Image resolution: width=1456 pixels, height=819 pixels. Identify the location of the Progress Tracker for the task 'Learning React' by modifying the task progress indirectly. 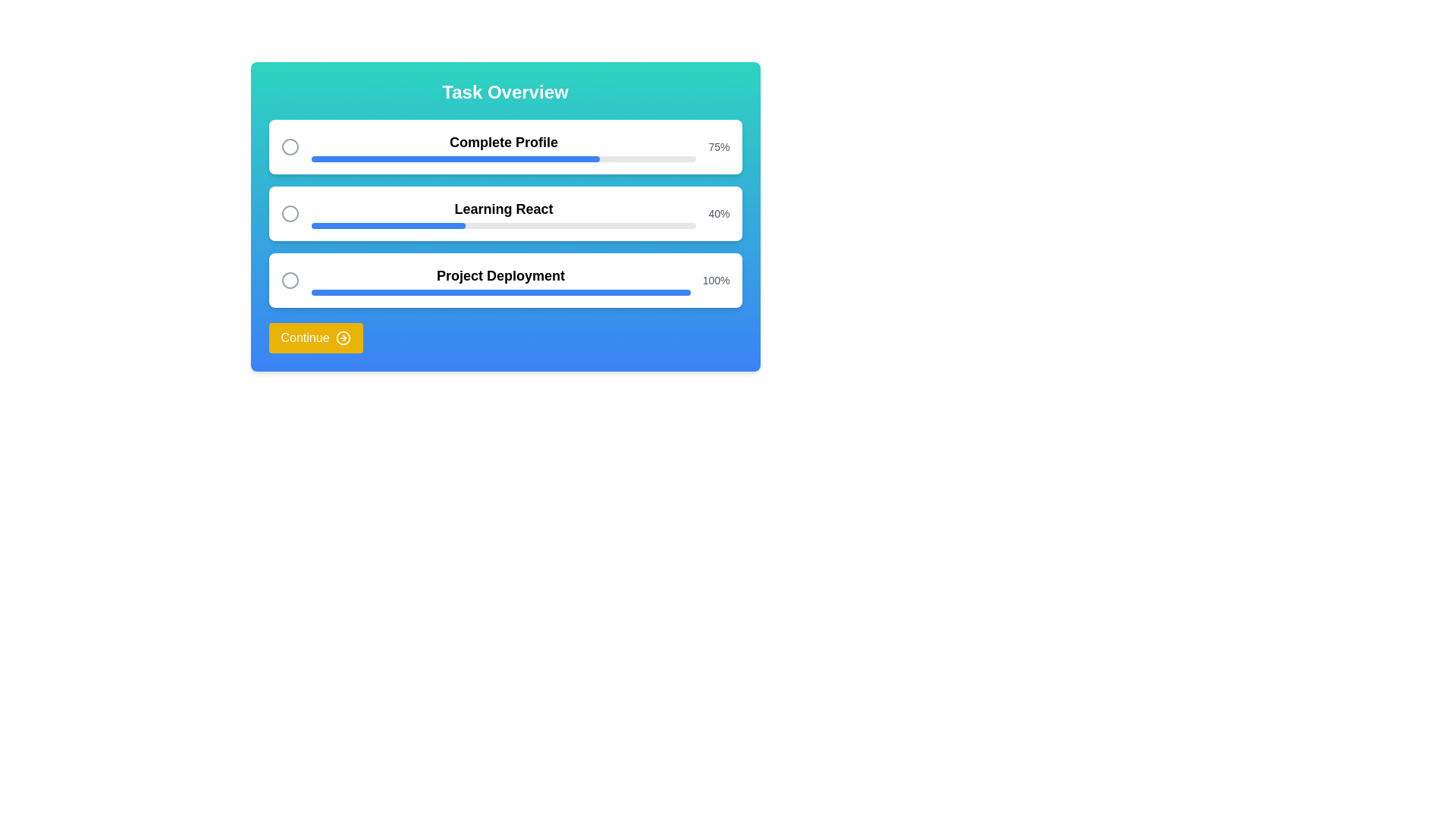
(504, 213).